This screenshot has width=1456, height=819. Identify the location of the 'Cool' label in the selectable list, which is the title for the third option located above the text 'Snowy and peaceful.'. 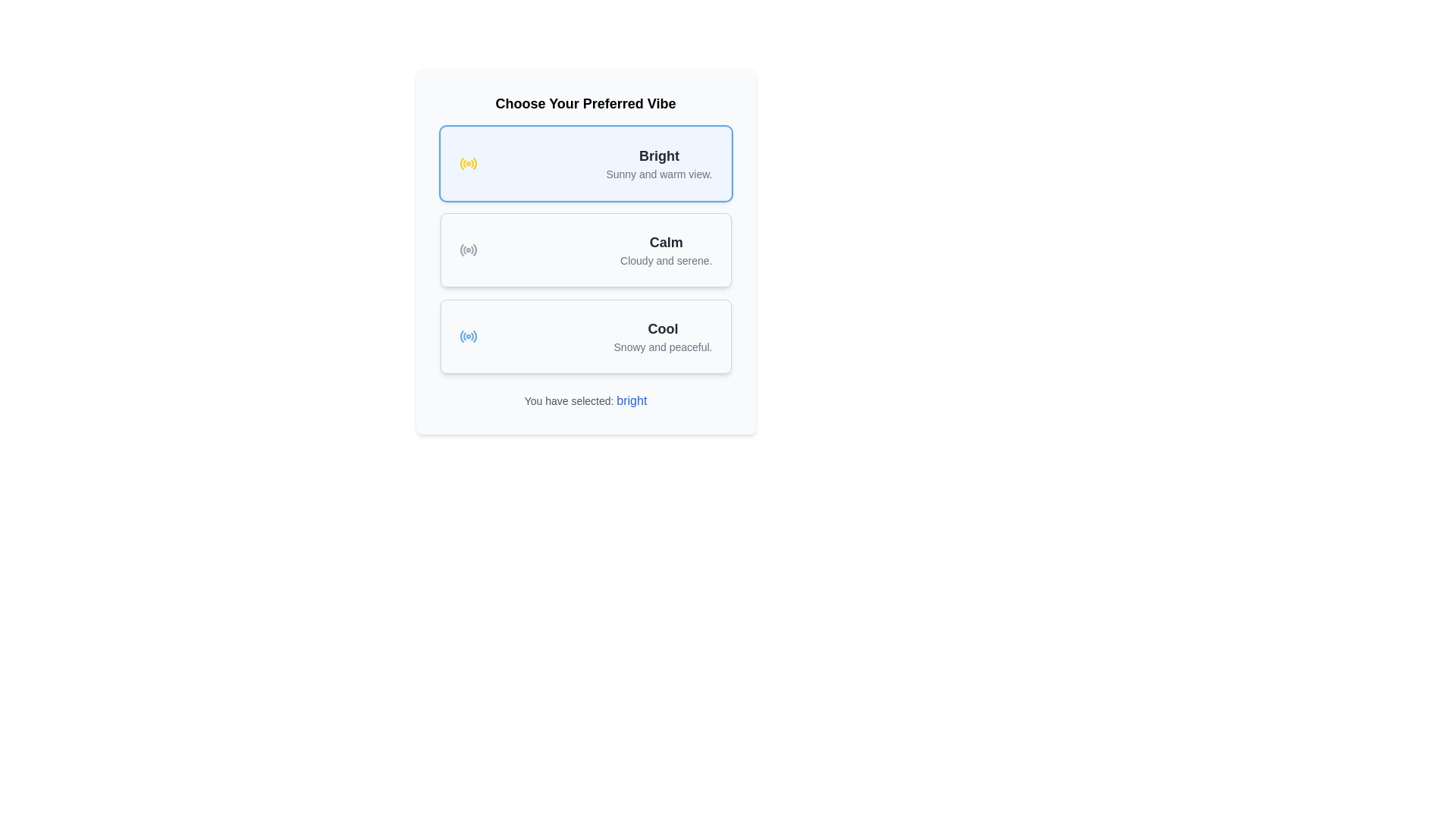
(663, 328).